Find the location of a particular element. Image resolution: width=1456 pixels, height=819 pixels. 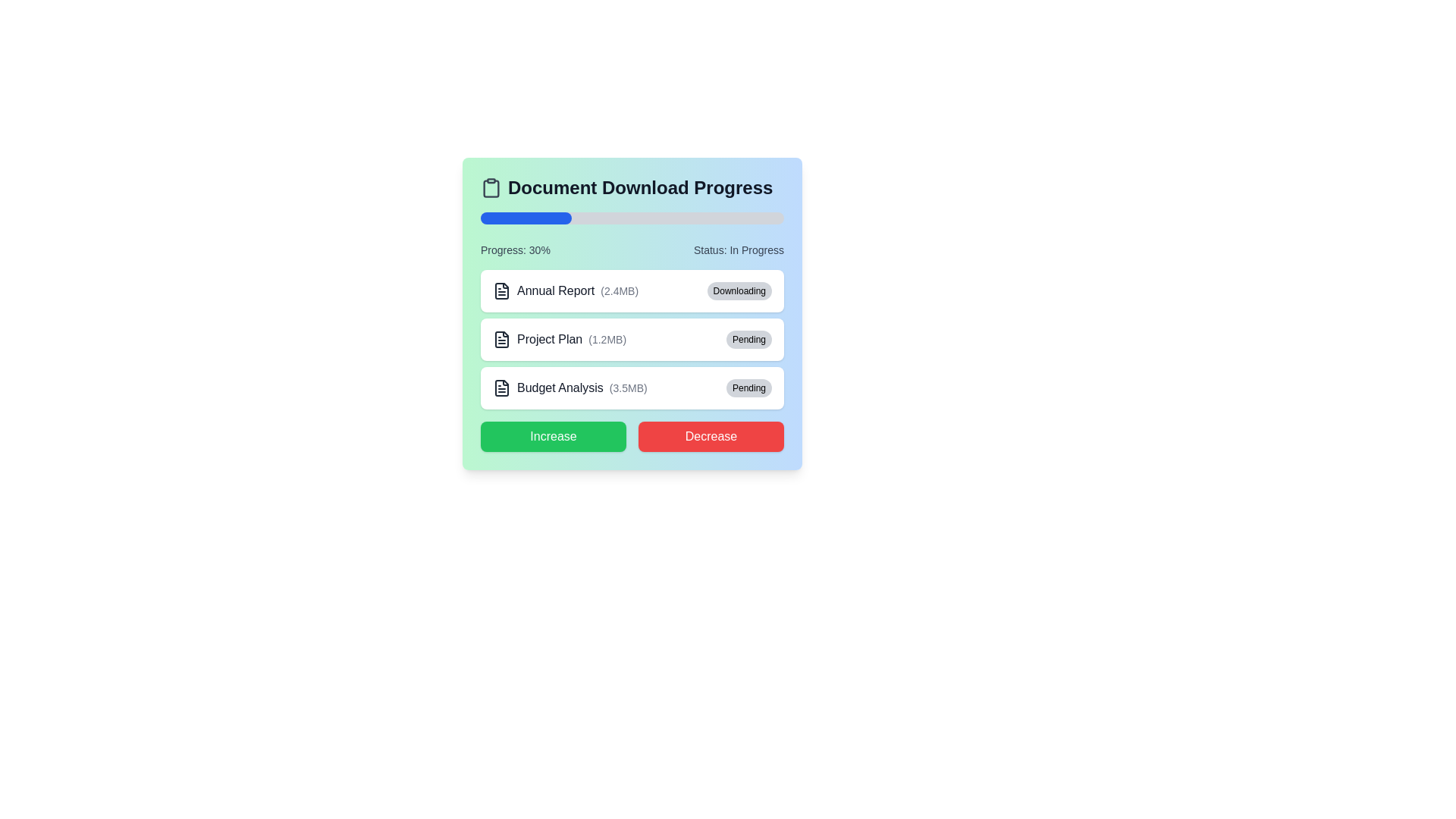

the second document entry labeled 'Project Plan (1.2MB)' with a pending status in the document status list is located at coordinates (632, 312).